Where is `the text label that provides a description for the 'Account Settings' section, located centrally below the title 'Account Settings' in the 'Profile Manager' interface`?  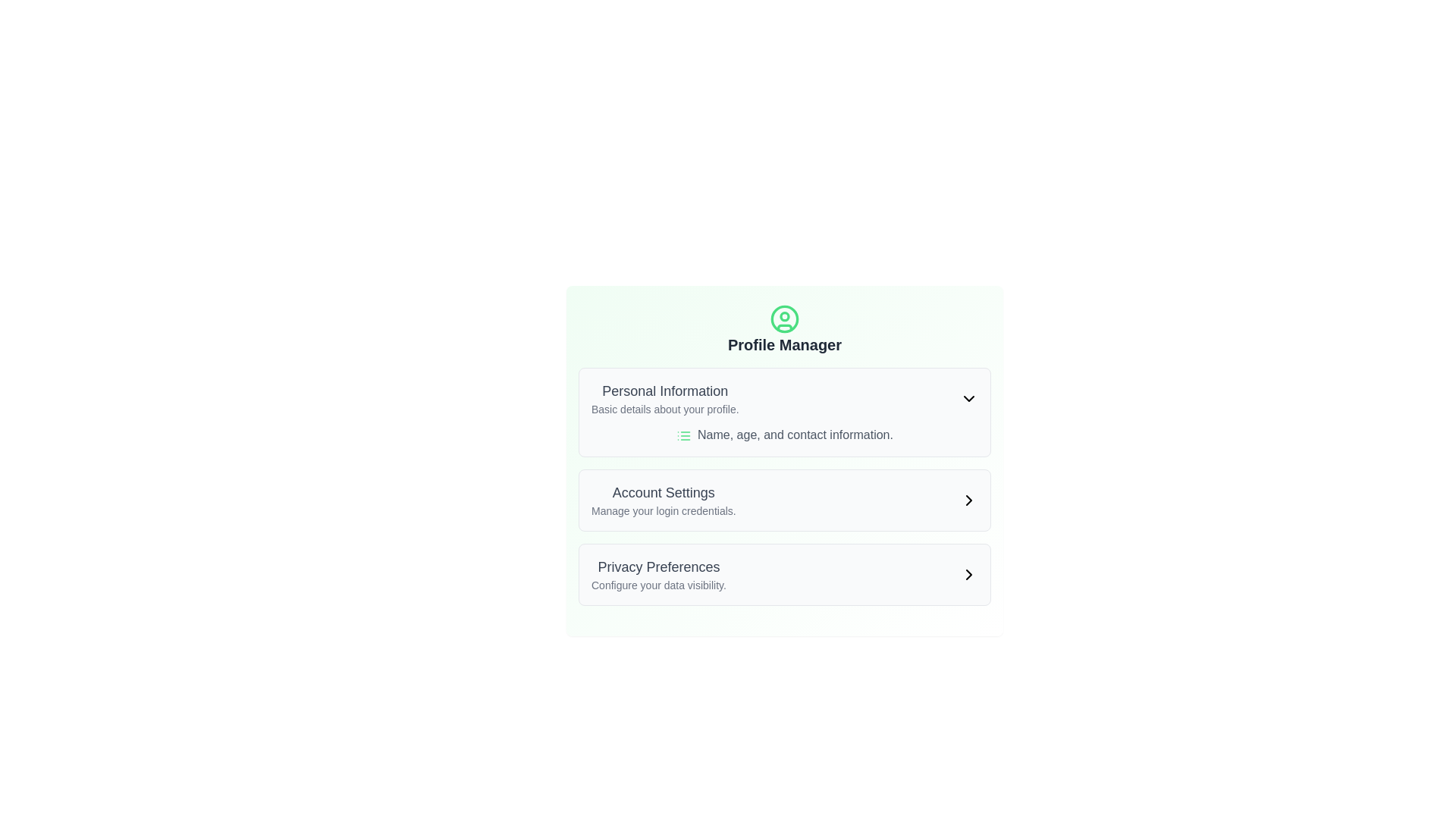 the text label that provides a description for the 'Account Settings' section, located centrally below the title 'Account Settings' in the 'Profile Manager' interface is located at coordinates (664, 511).